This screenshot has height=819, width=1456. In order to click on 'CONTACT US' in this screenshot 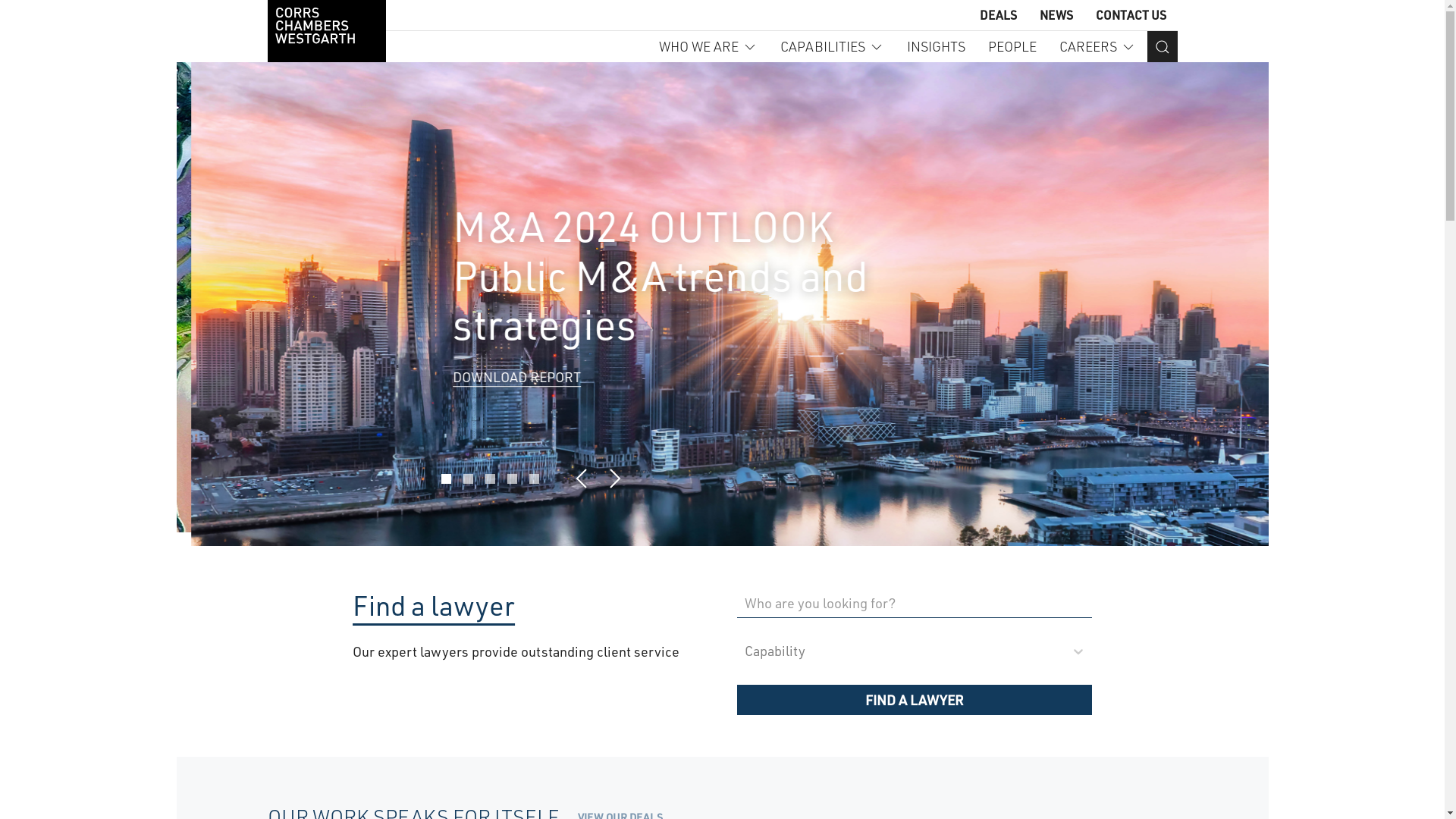, I will do `click(1095, 14)`.